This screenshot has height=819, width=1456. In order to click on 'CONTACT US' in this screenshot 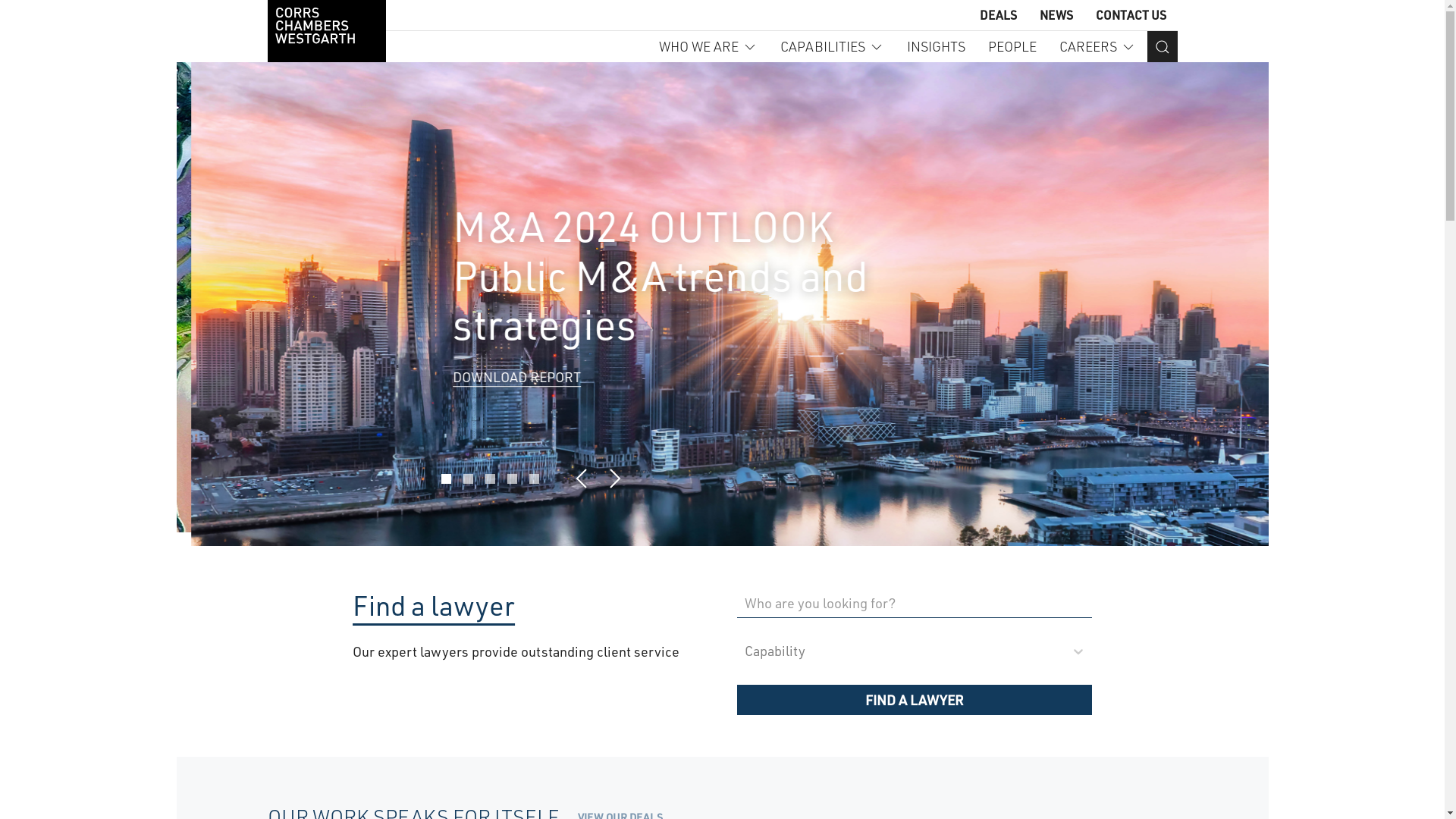, I will do `click(1095, 14)`.